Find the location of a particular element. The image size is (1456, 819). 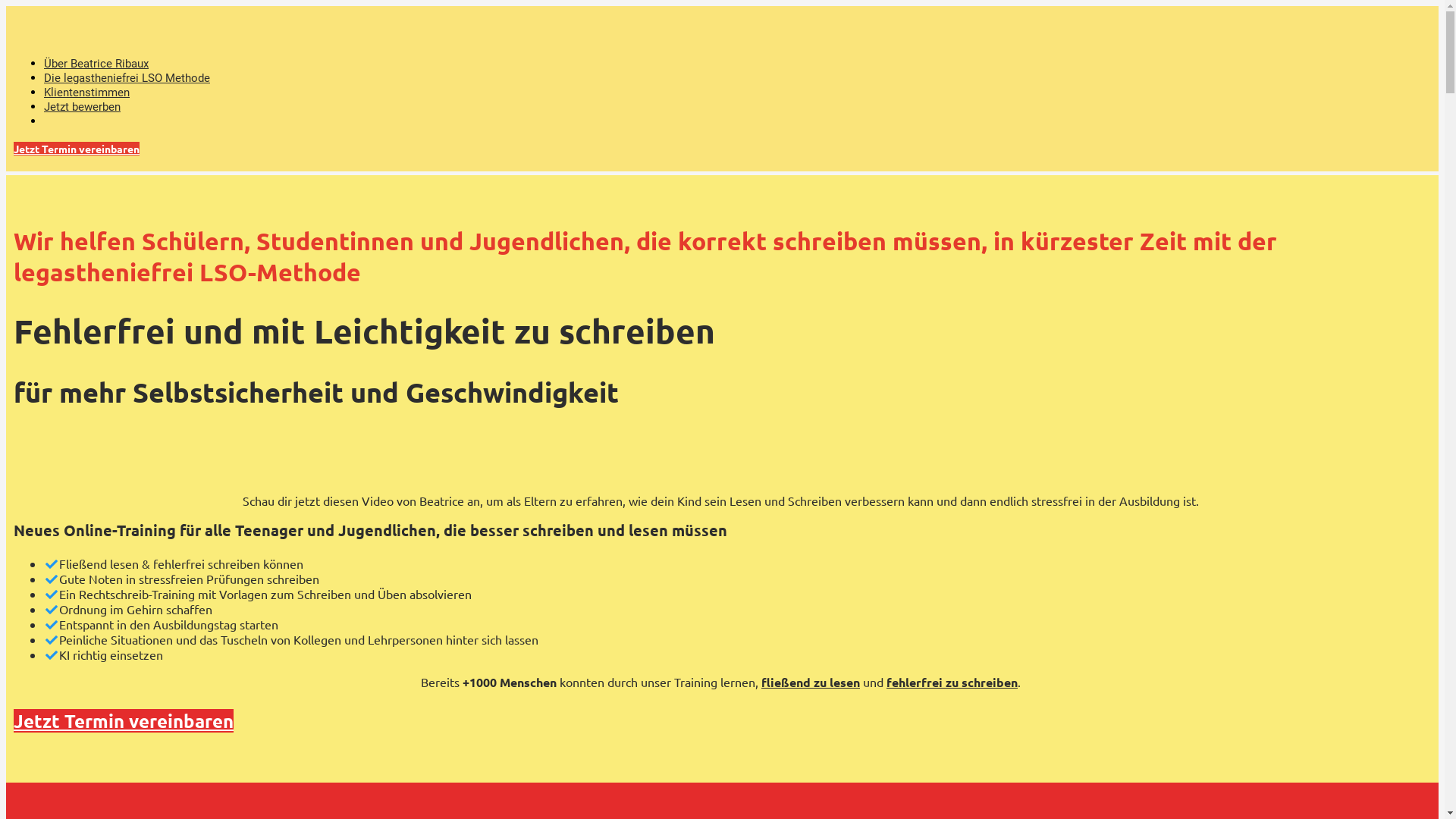

'Jetzt Termin vereinbaren' is located at coordinates (124, 720).